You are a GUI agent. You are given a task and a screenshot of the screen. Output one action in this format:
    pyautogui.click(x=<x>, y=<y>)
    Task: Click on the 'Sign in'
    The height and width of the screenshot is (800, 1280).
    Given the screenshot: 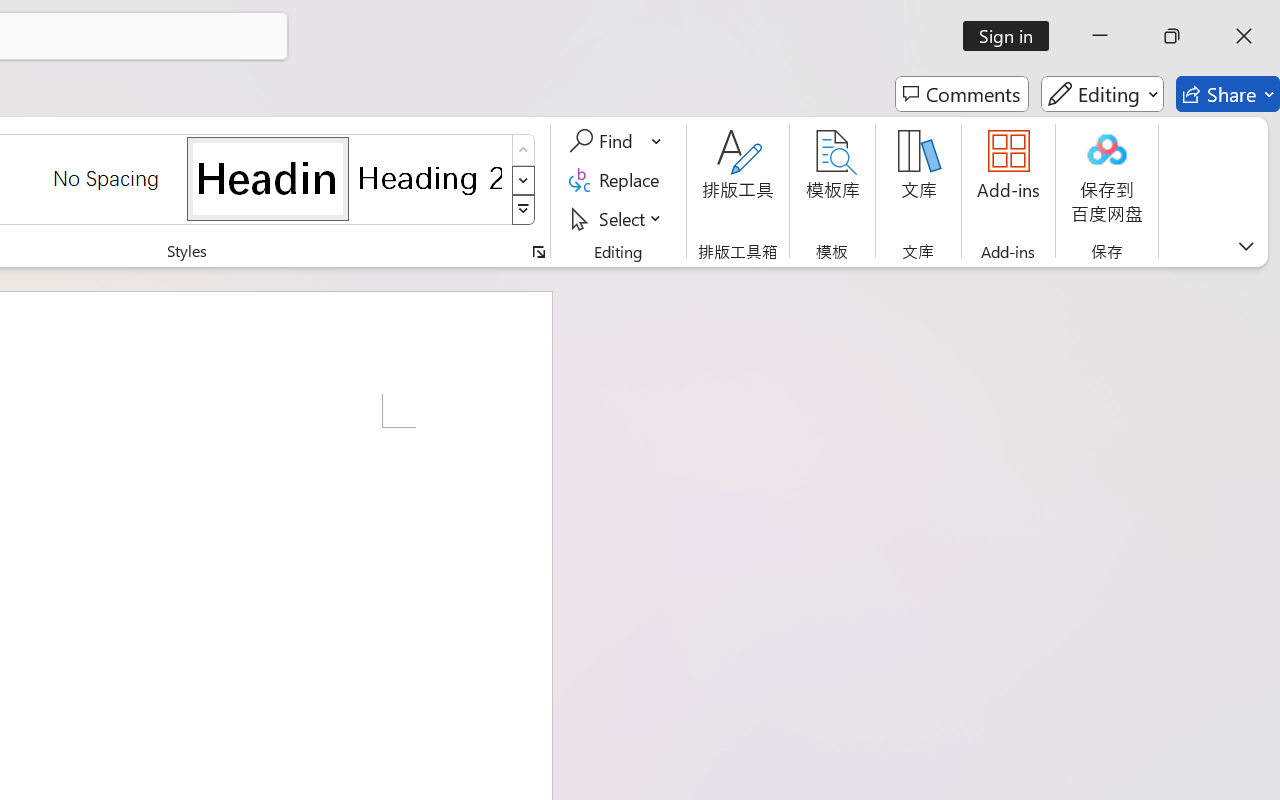 What is the action you would take?
    pyautogui.click(x=1013, y=35)
    